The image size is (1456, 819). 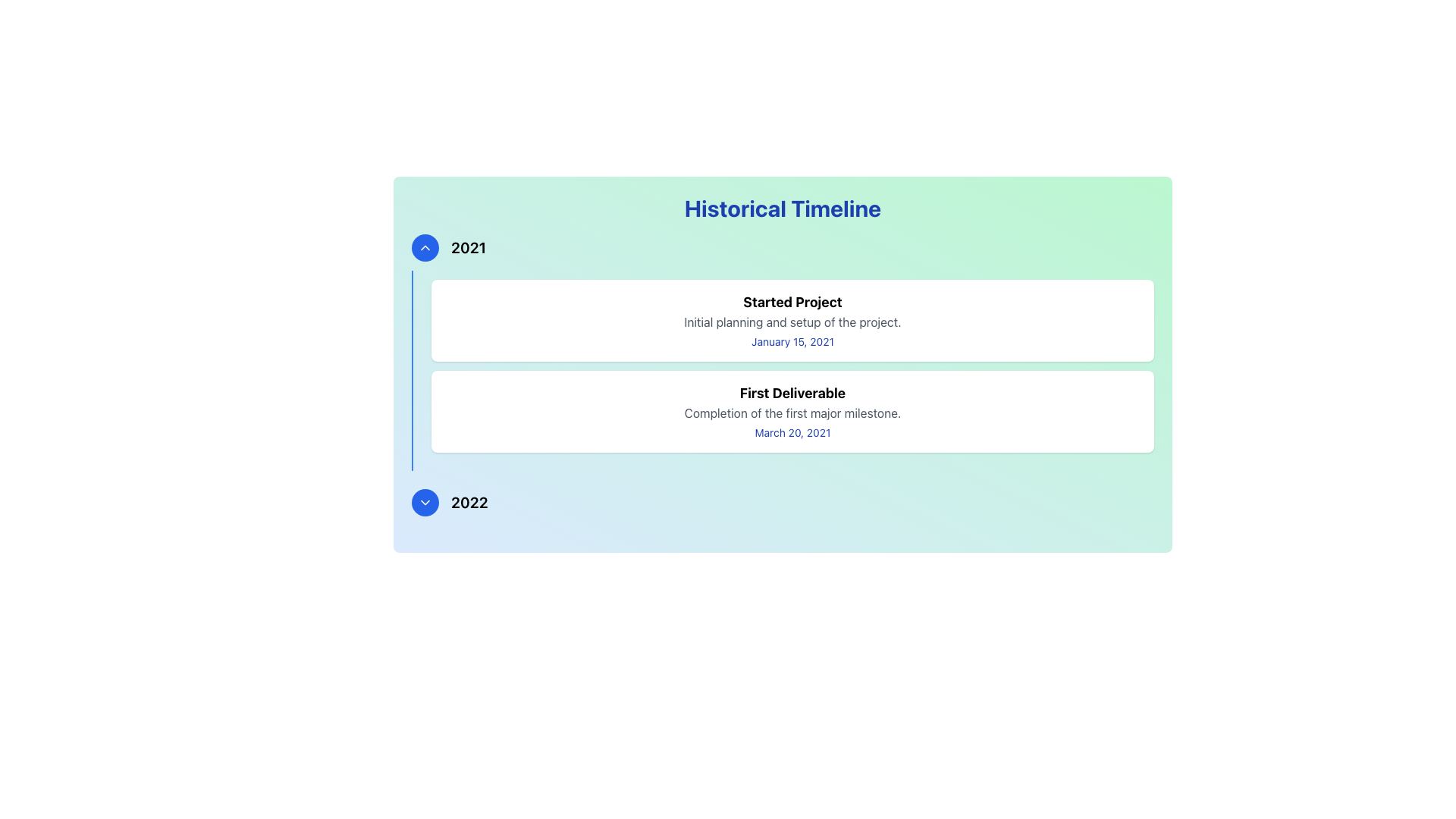 What do you see at coordinates (425, 503) in the screenshot?
I see `the chevron icon pointing downward, which is located within a blue circular button and associated with the year '2022' in the timeline` at bounding box center [425, 503].